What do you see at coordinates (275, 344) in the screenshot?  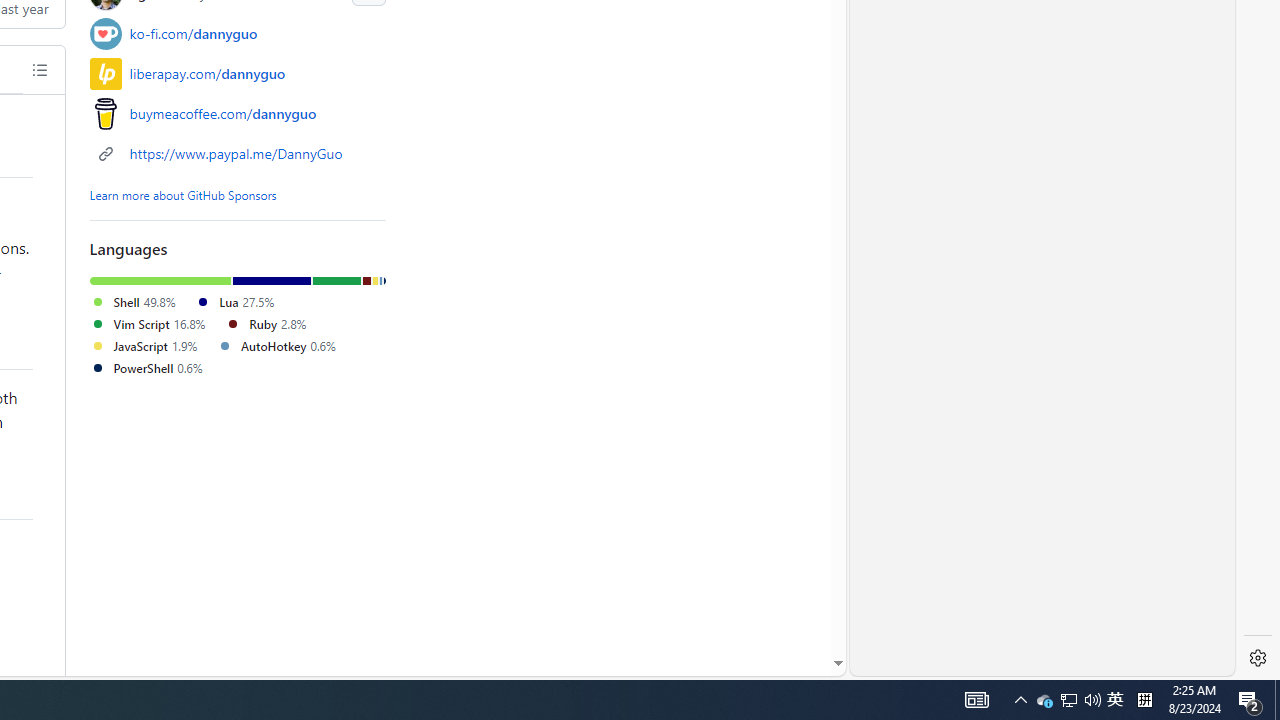 I see `'AutoHotkey 0.6%'` at bounding box center [275, 344].